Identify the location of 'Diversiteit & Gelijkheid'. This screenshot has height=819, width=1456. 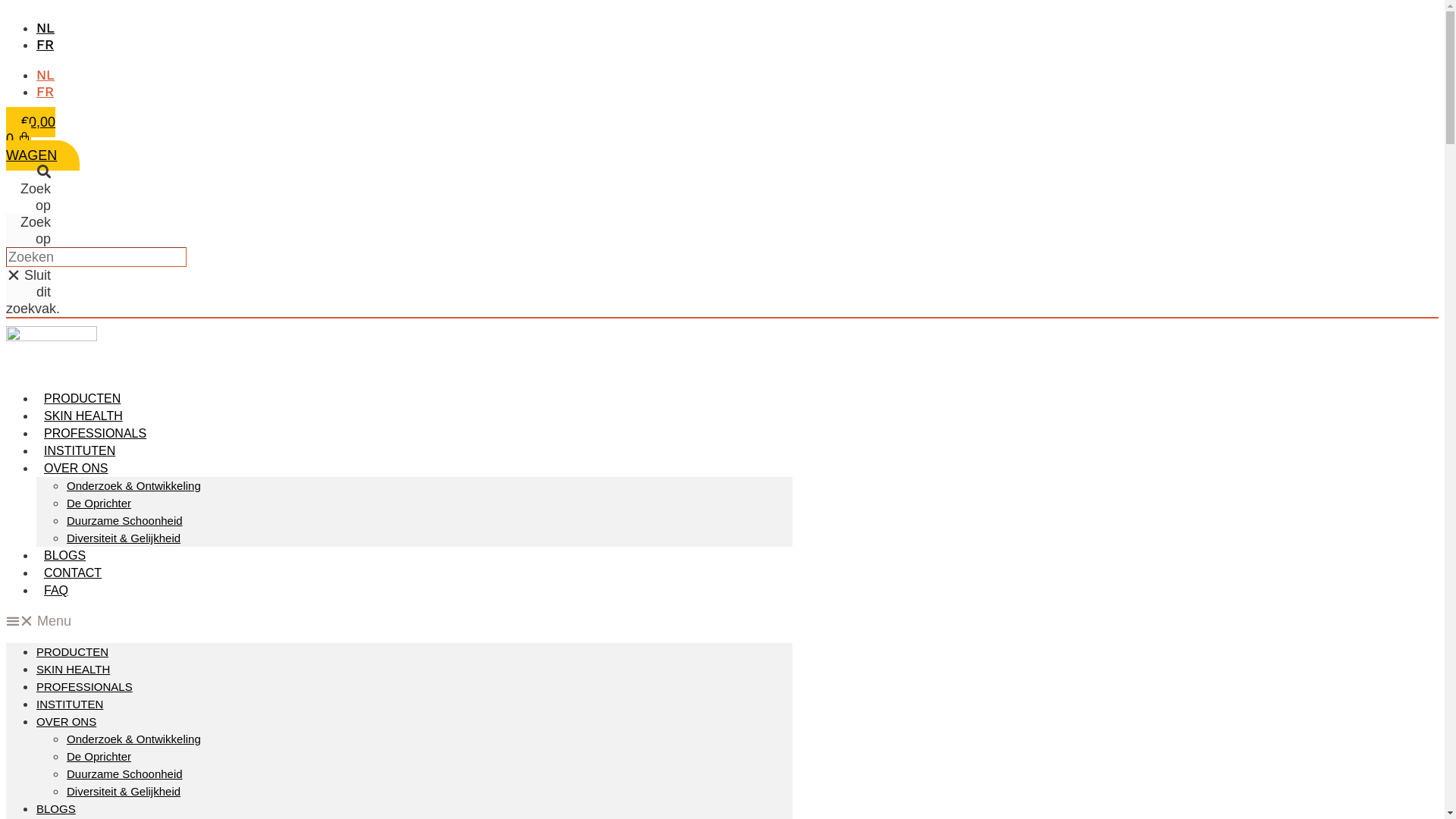
(124, 537).